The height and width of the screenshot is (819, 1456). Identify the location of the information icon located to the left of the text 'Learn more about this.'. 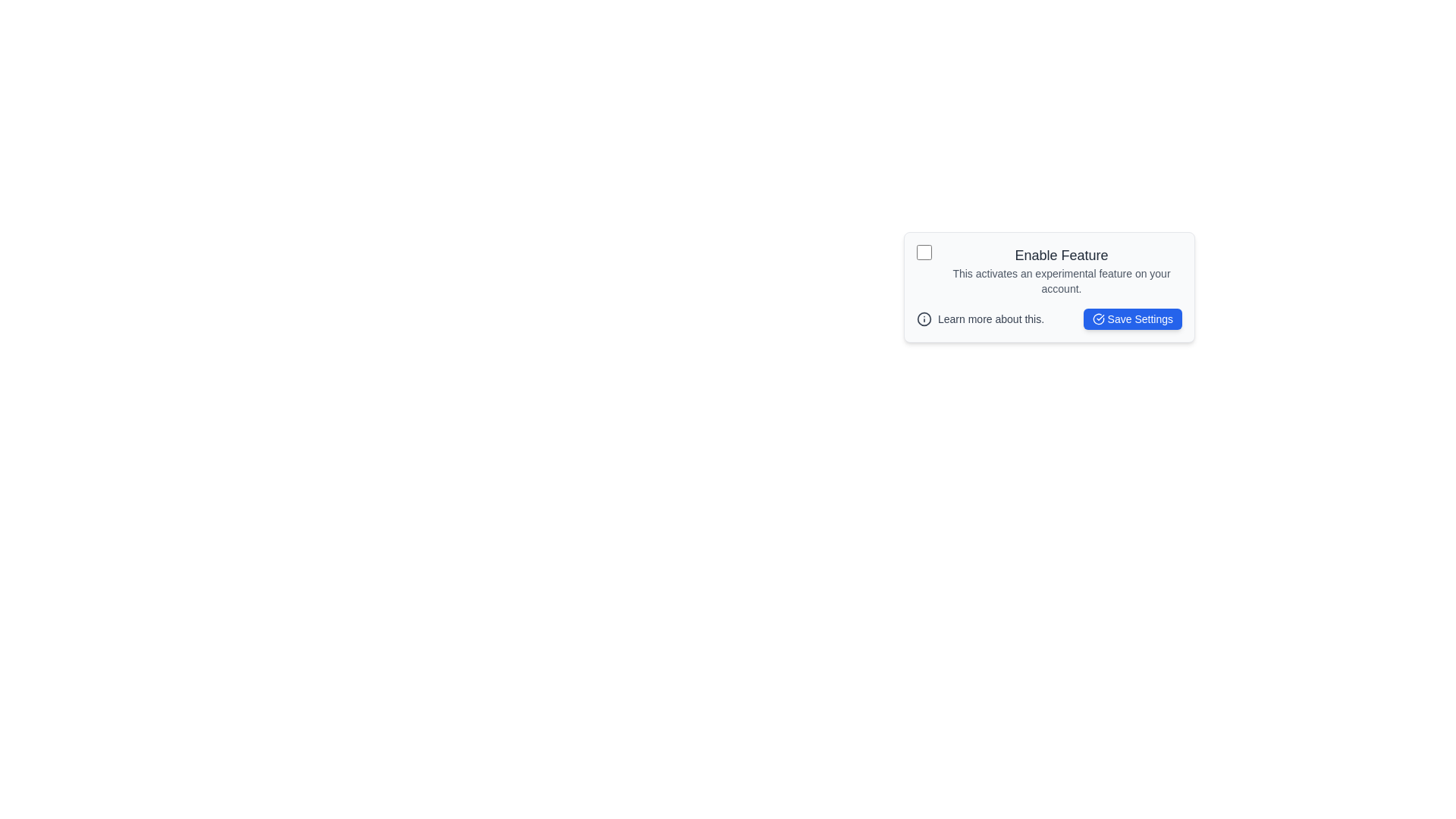
(924, 318).